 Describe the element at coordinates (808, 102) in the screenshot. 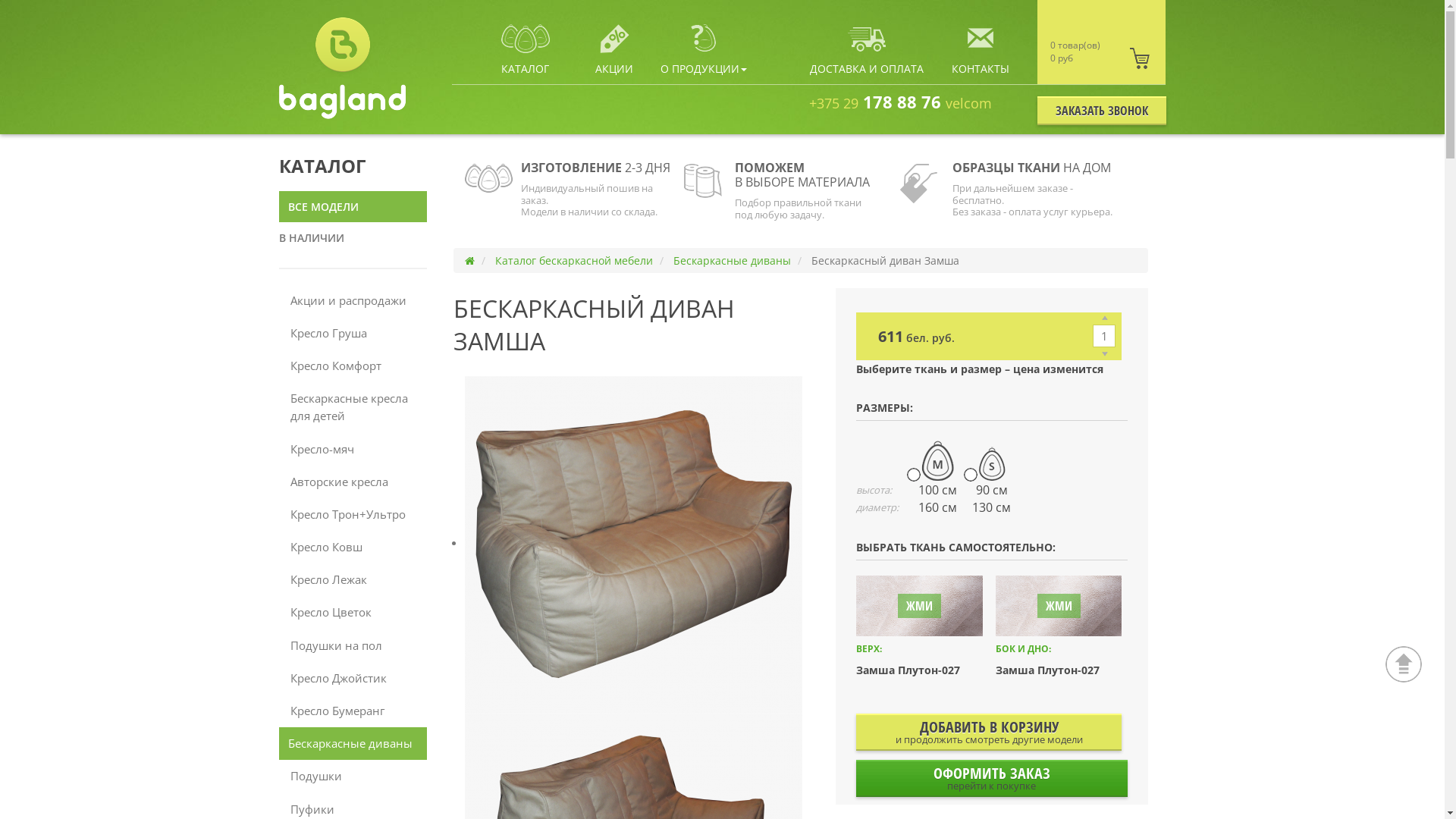

I see `'+375 29 178 88 76 velcom'` at that location.